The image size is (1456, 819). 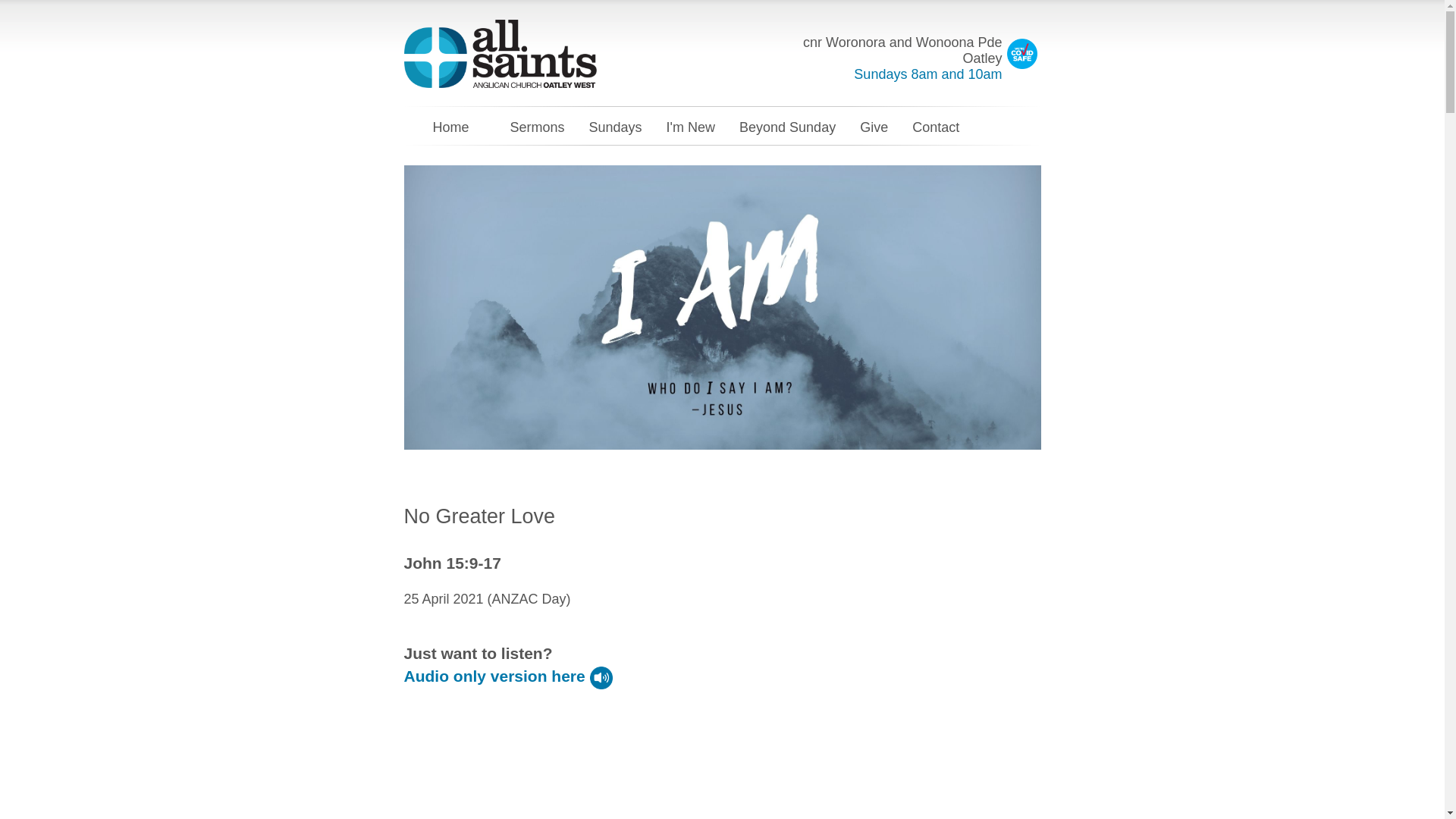 I want to click on 'Contact', so click(x=912, y=127).